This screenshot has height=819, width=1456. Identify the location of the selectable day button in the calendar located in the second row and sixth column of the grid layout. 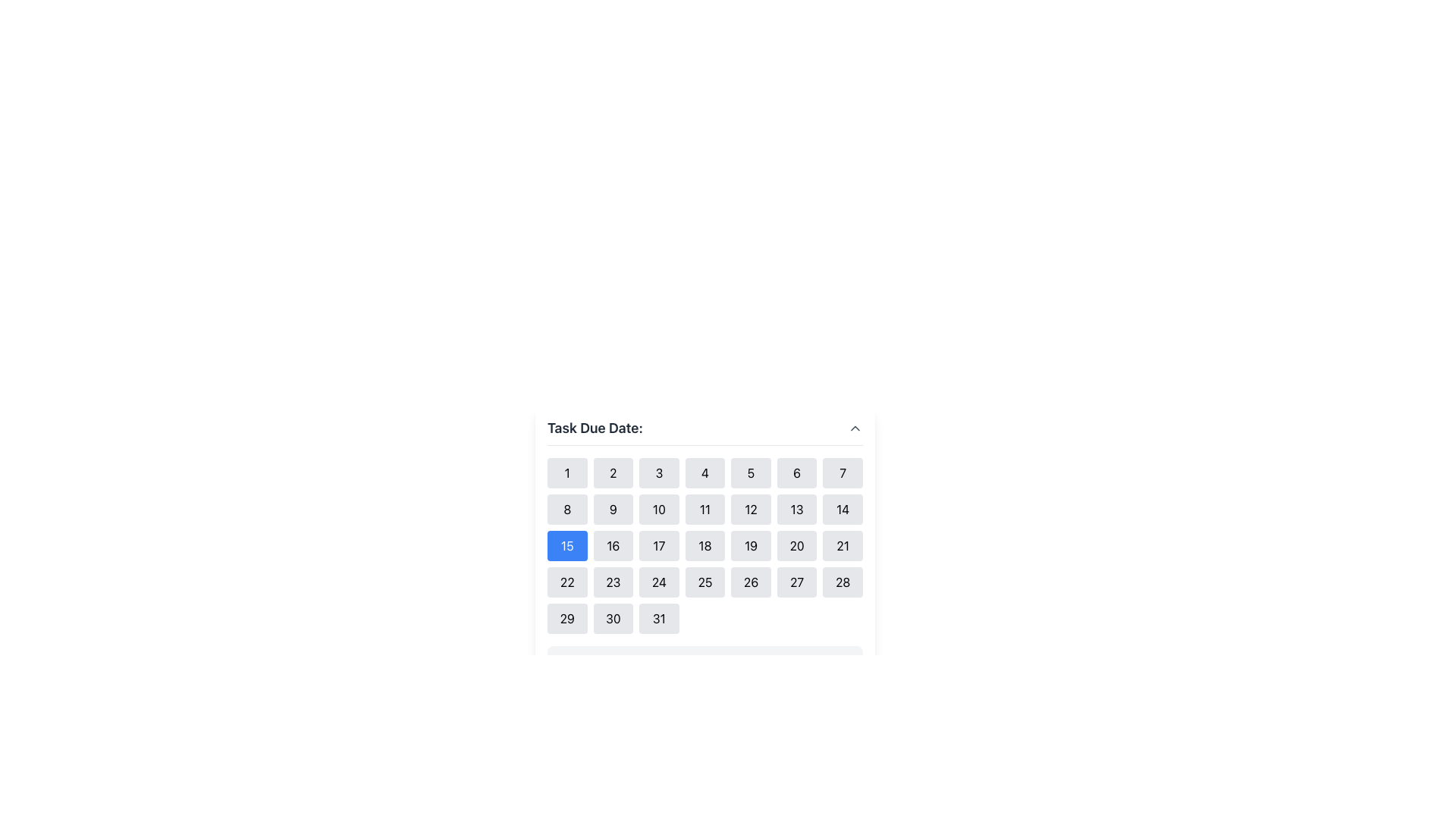
(796, 509).